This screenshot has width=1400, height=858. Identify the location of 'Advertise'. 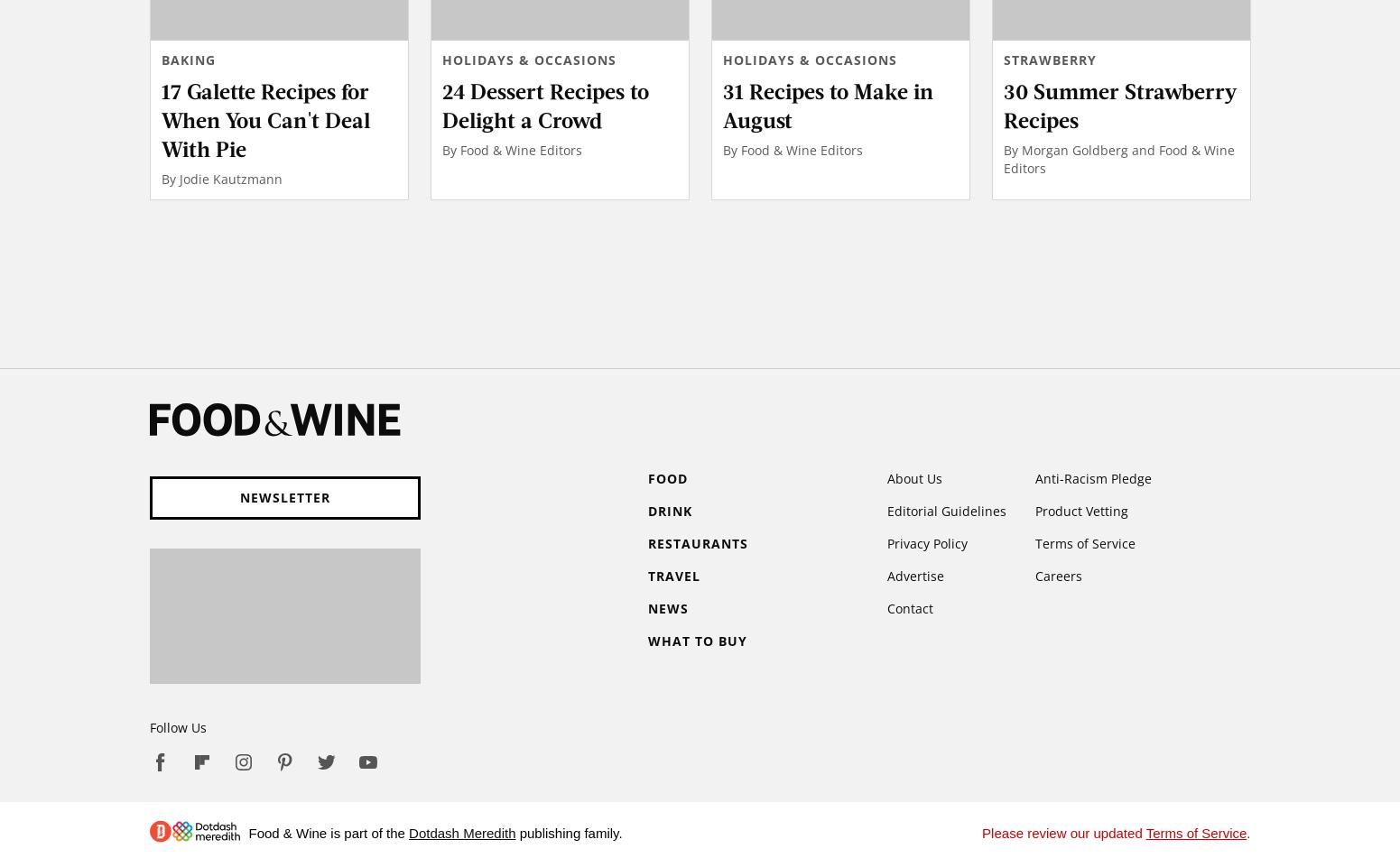
(914, 575).